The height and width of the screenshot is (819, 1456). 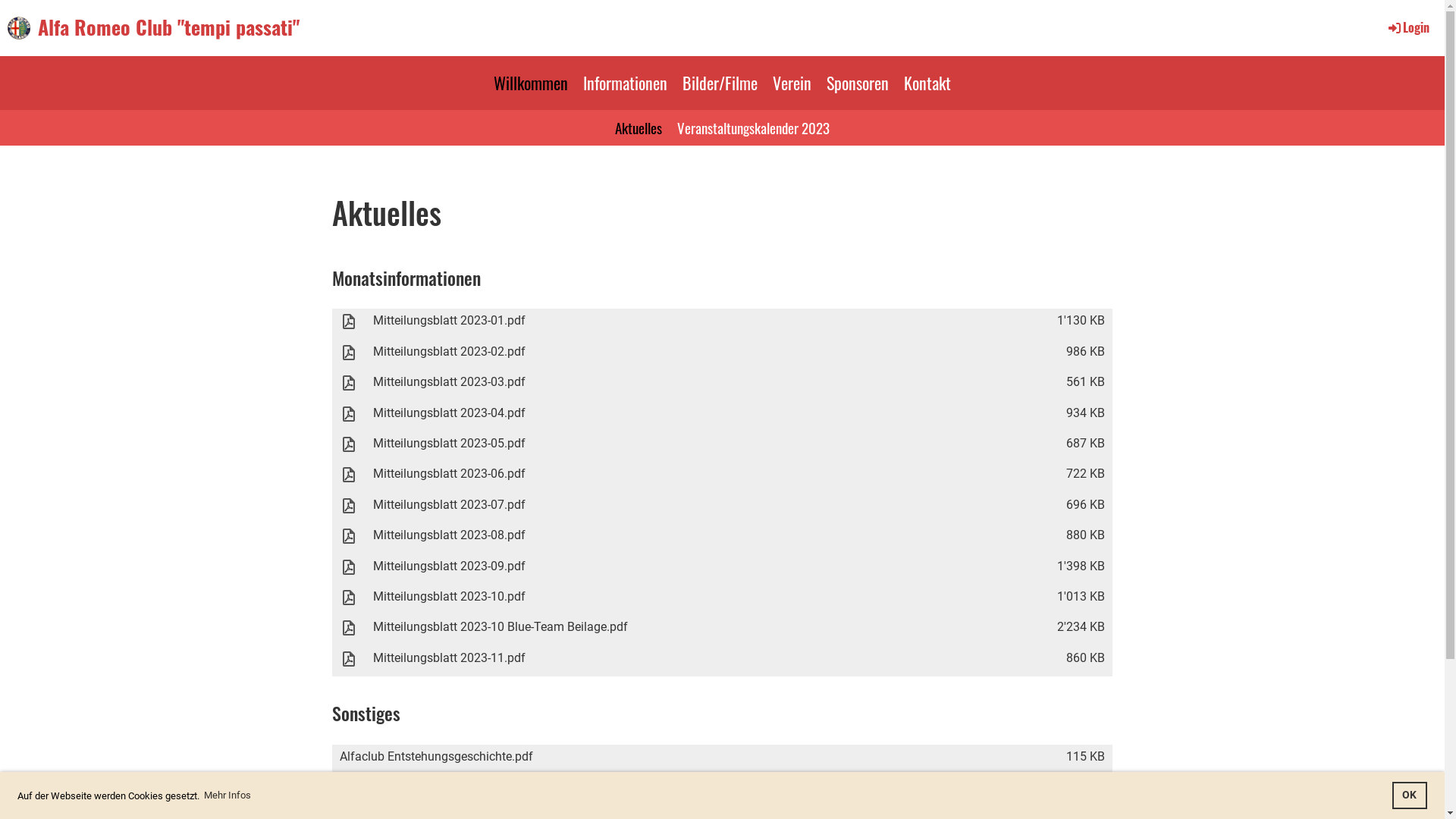 What do you see at coordinates (168, 27) in the screenshot?
I see `'Alfa Romeo Club "tempi passati"'` at bounding box center [168, 27].